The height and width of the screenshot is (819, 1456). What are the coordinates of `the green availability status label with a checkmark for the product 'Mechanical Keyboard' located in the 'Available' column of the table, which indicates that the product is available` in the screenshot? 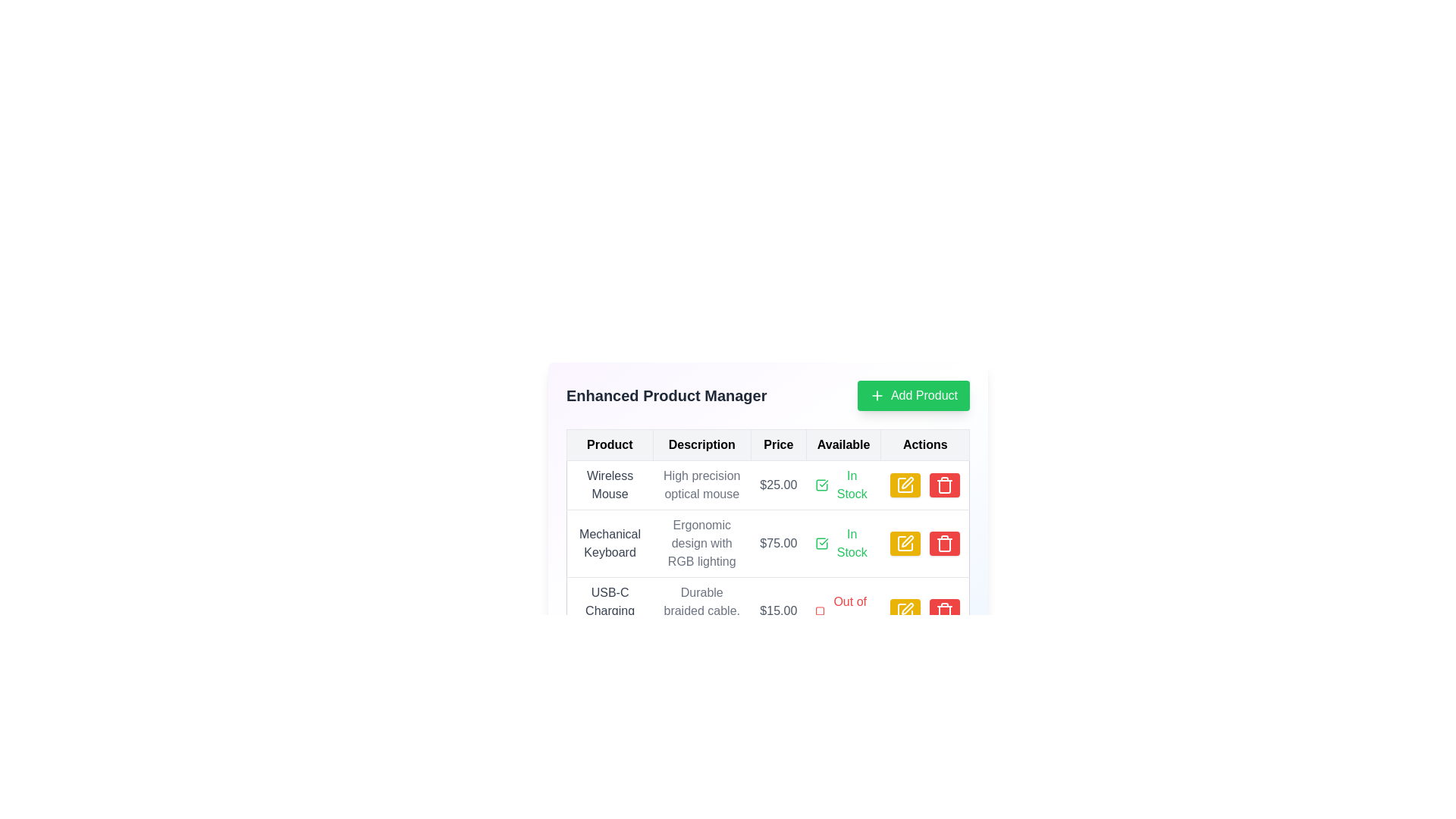 It's located at (843, 543).